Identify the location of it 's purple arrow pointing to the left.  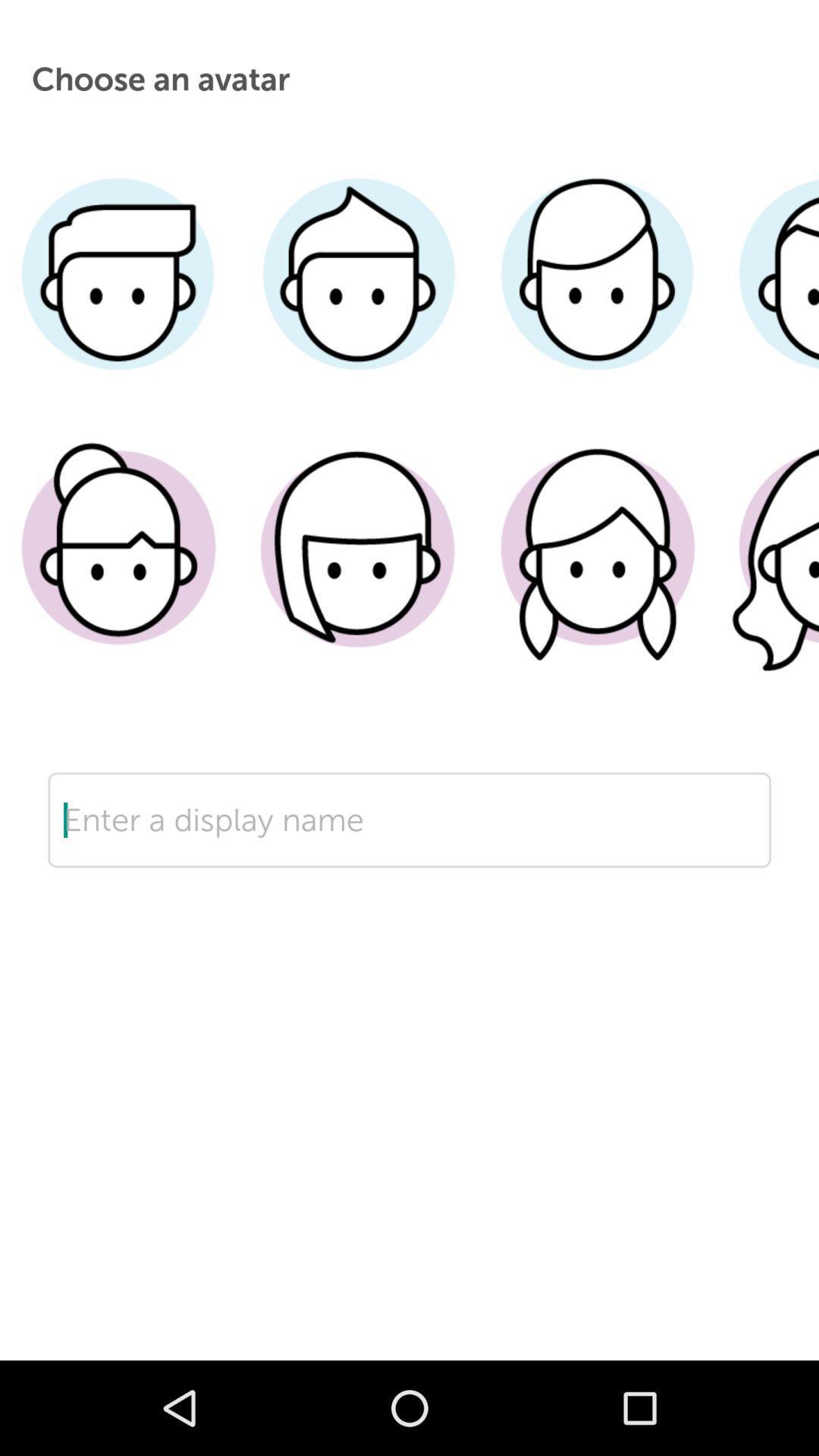
(409, 868).